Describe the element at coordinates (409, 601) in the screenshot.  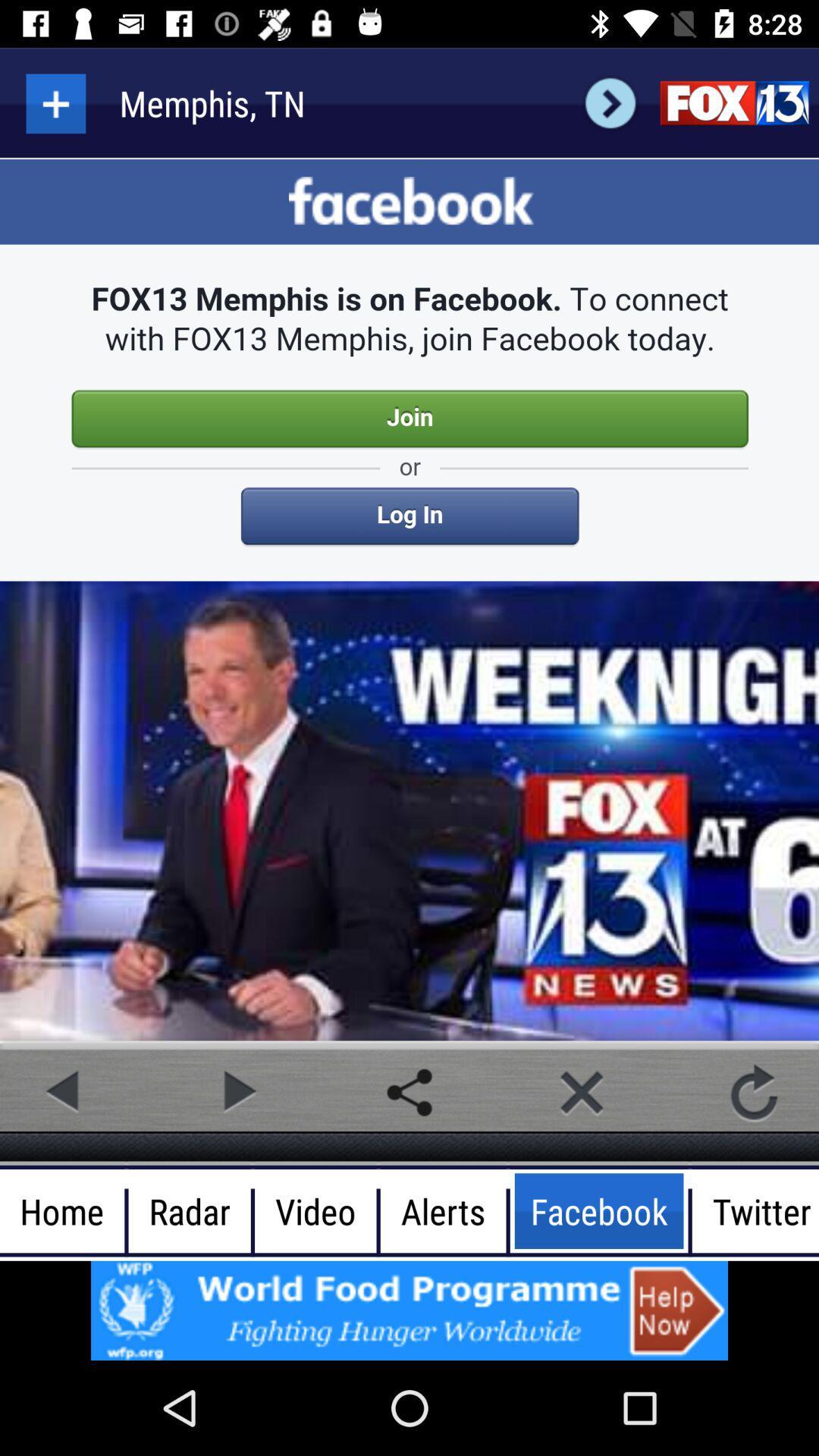
I see `facebook content` at that location.